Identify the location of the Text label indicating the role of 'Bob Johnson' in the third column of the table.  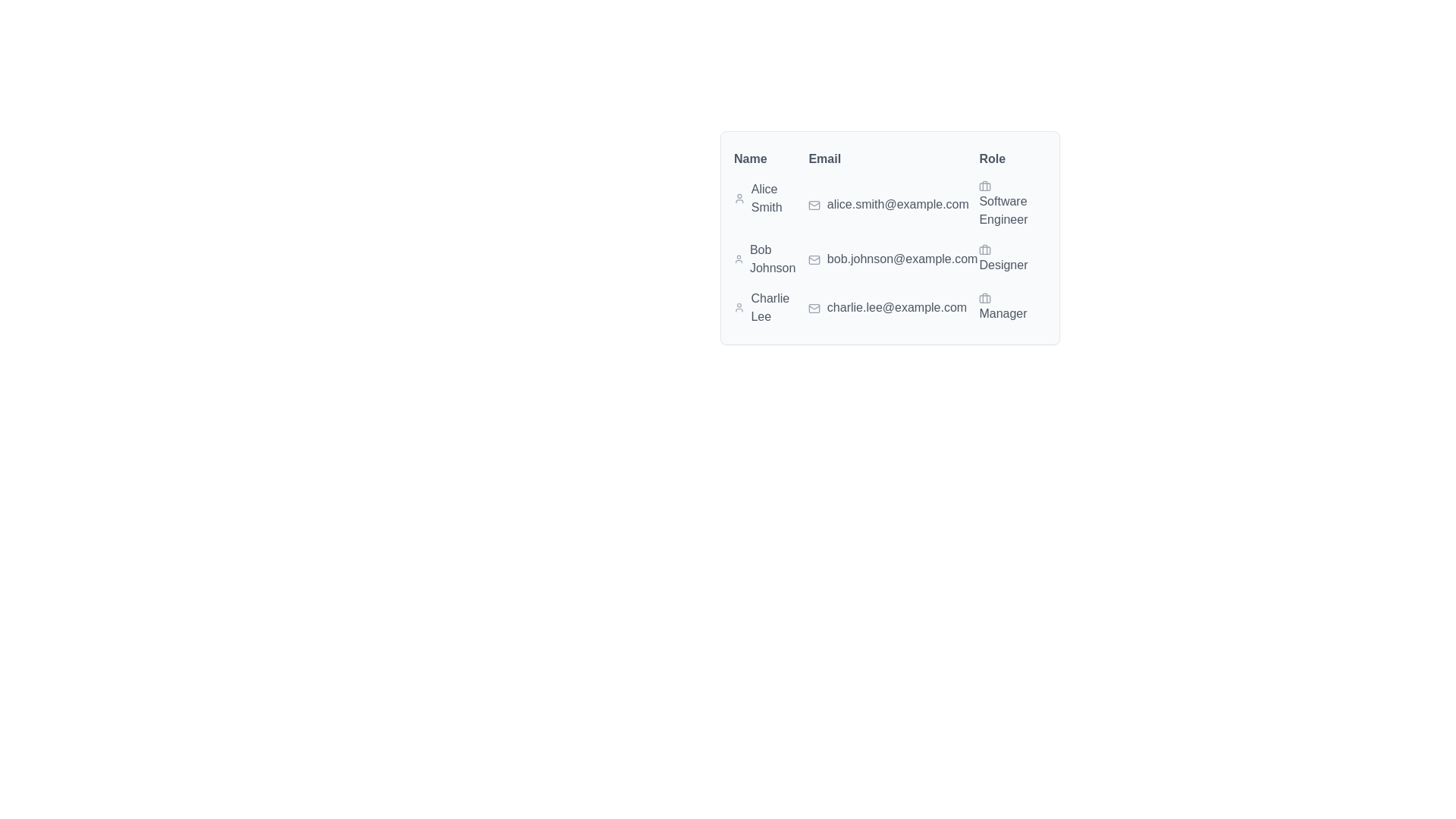
(1012, 259).